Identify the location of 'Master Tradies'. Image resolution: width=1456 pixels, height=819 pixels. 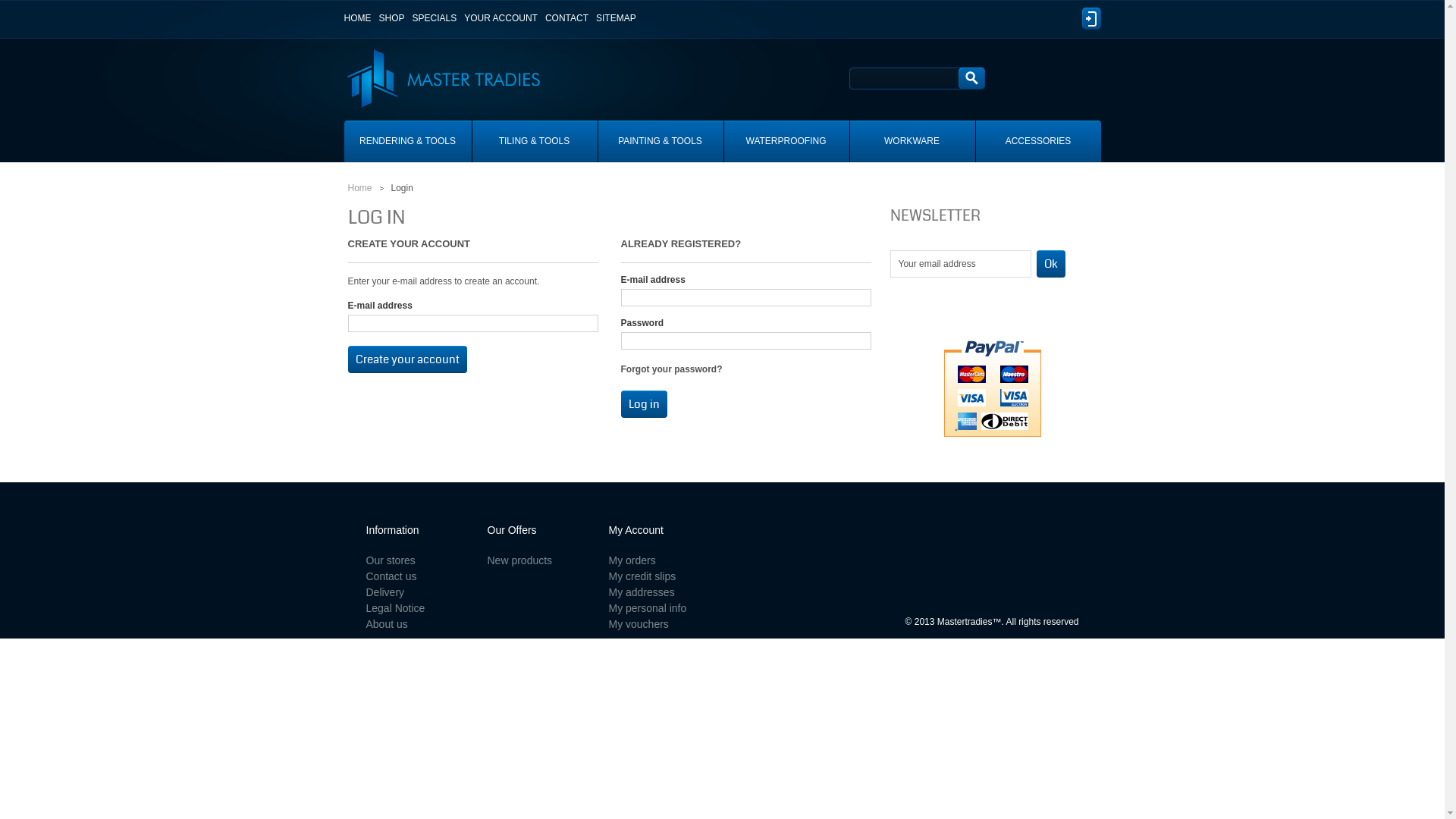
(430, 57).